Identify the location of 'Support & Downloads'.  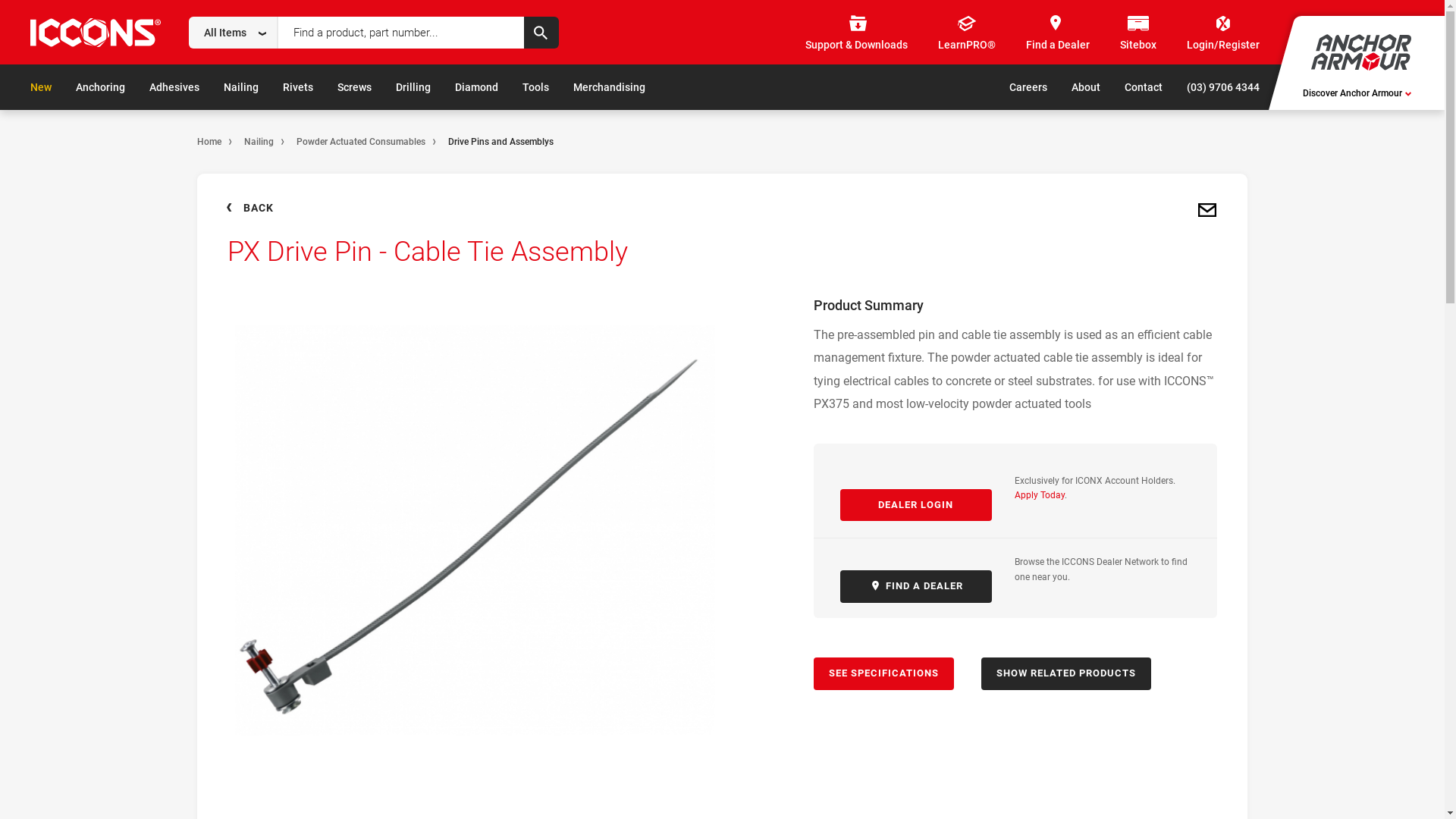
(856, 33).